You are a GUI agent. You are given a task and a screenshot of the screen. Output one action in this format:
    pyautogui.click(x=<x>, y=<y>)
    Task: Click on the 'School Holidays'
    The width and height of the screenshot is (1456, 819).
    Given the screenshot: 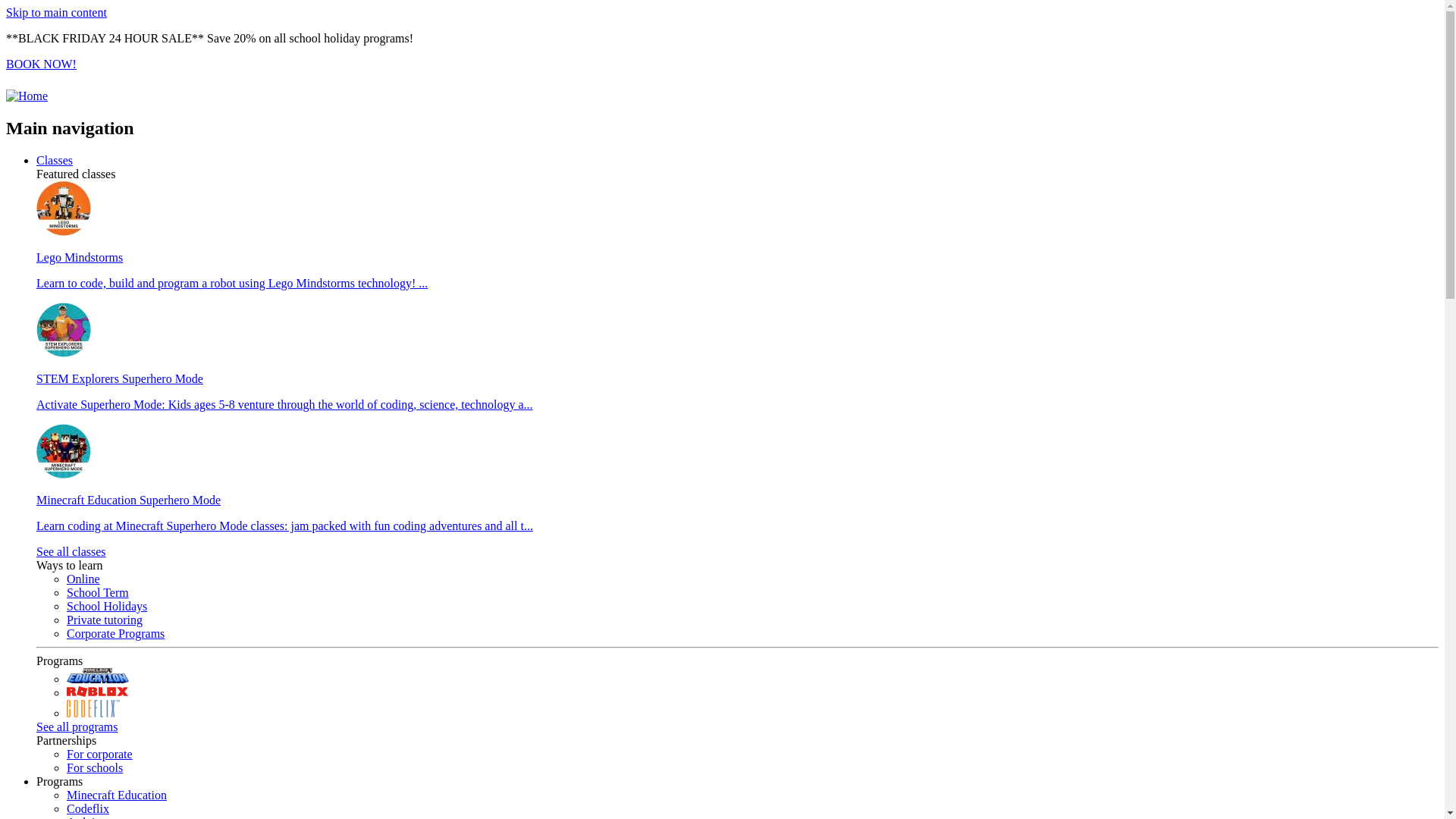 What is the action you would take?
    pyautogui.click(x=105, y=605)
    